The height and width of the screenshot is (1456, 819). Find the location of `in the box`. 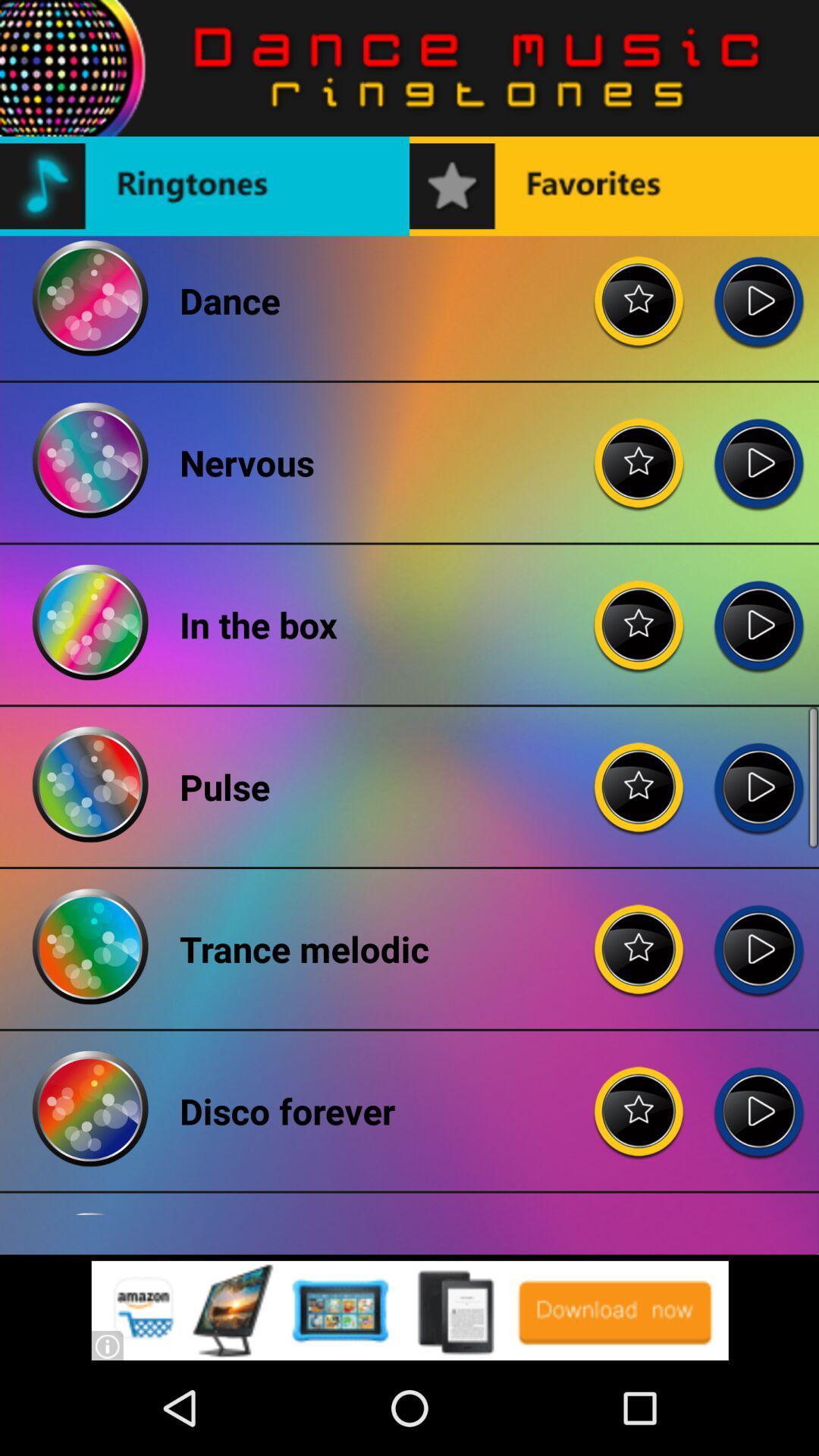

in the box is located at coordinates (758, 613).